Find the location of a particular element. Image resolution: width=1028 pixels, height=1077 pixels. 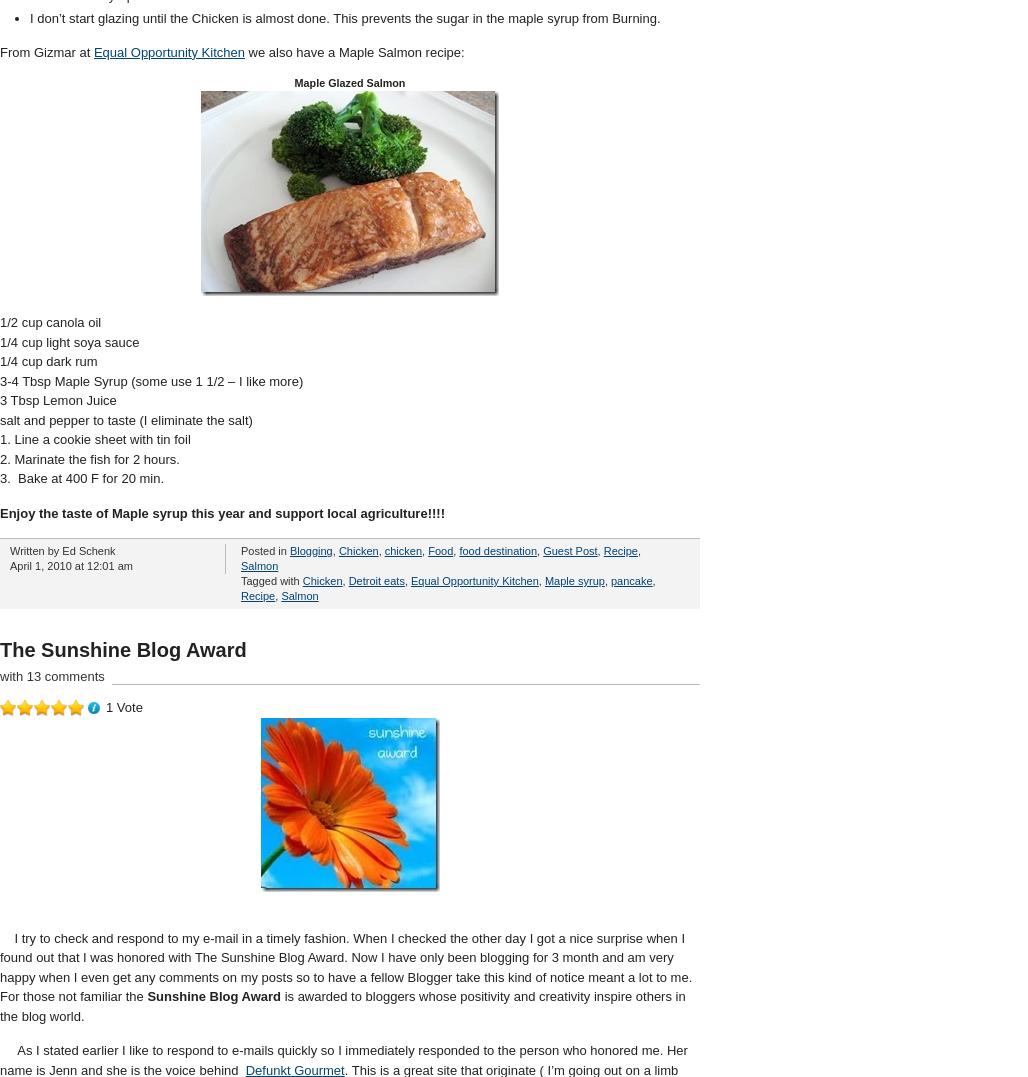

'Food' is located at coordinates (427, 550).